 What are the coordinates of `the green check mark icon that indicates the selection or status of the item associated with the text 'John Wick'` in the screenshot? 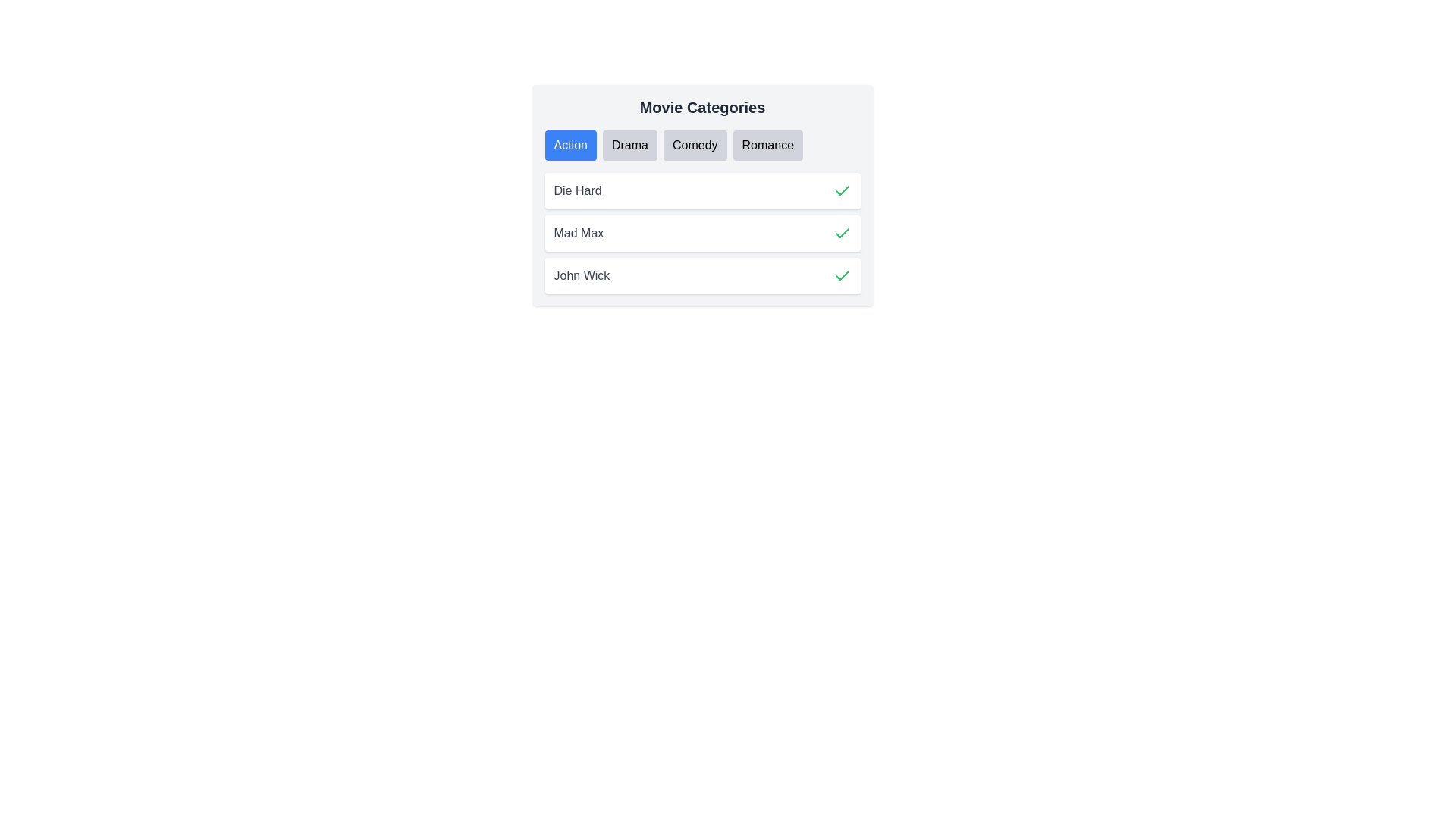 It's located at (841, 275).